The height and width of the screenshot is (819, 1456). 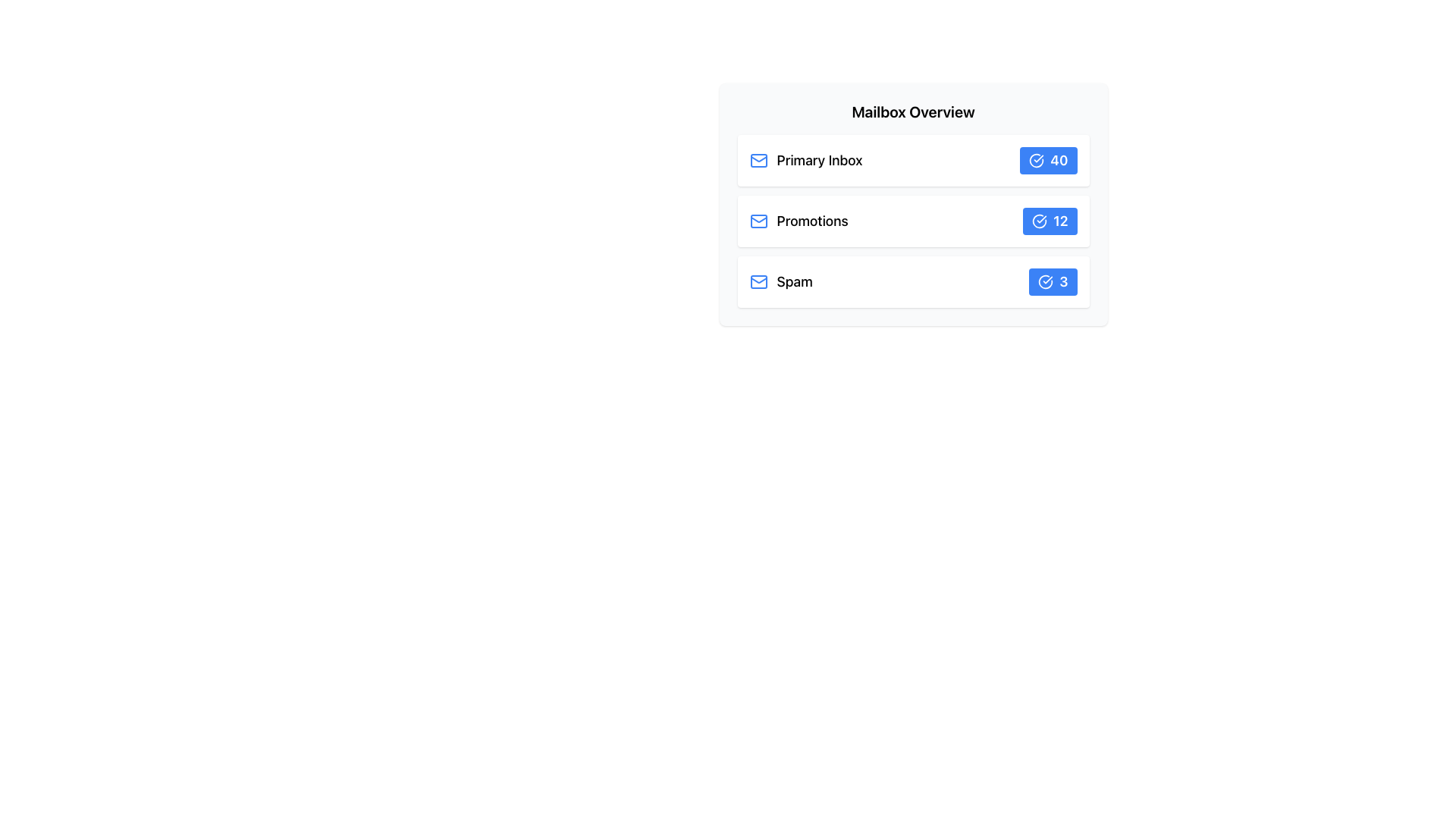 What do you see at coordinates (1058, 161) in the screenshot?
I see `the large, bold text label displaying the number '40', which is styled in white on a blue semi-rounded rectangular background, located in the top-right corner of the 'Primary Inbox' row in the 'Mailbox Overview' section` at bounding box center [1058, 161].